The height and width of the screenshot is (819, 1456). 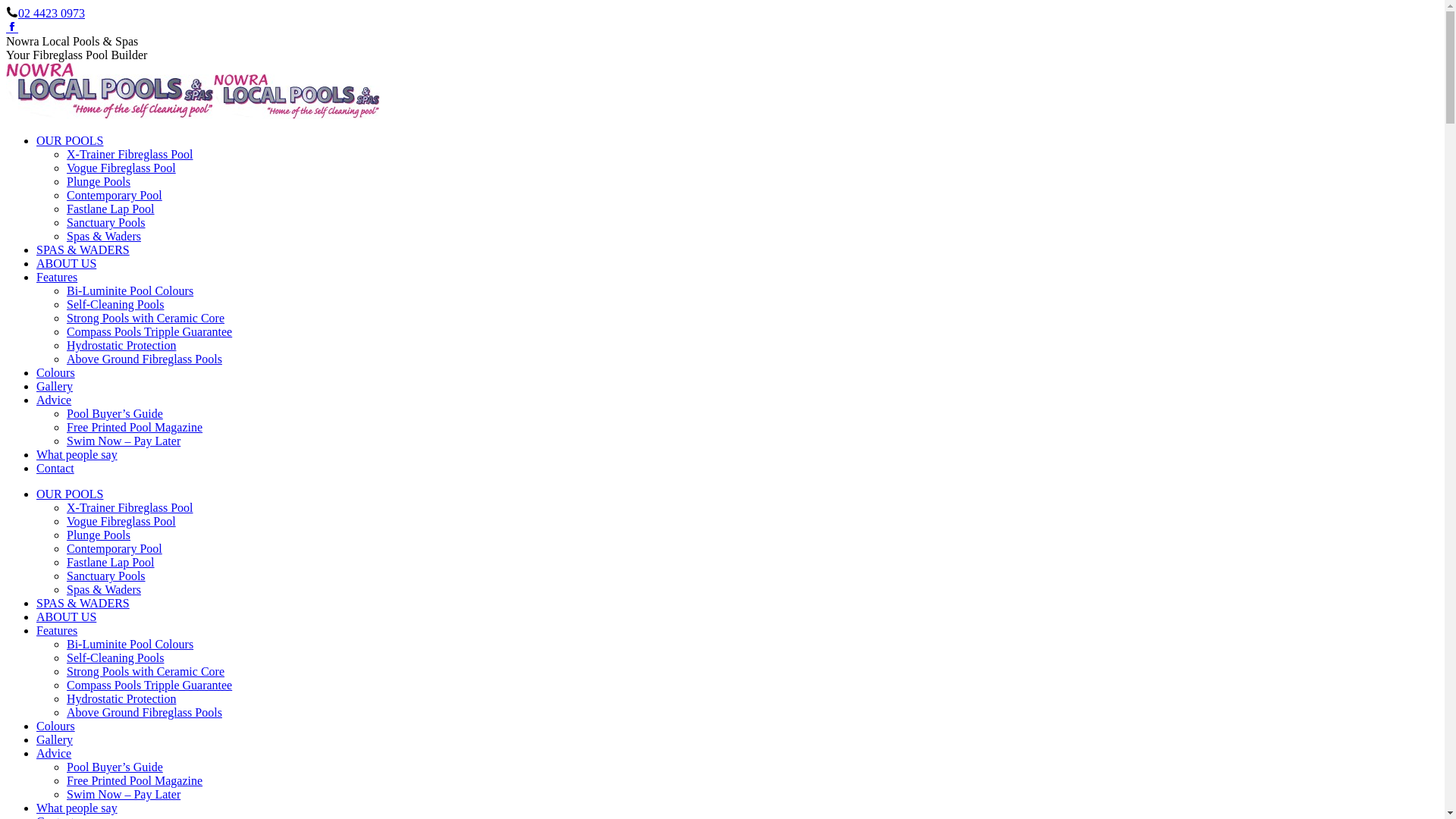 What do you see at coordinates (115, 657) in the screenshot?
I see `'Self-Cleaning Pools'` at bounding box center [115, 657].